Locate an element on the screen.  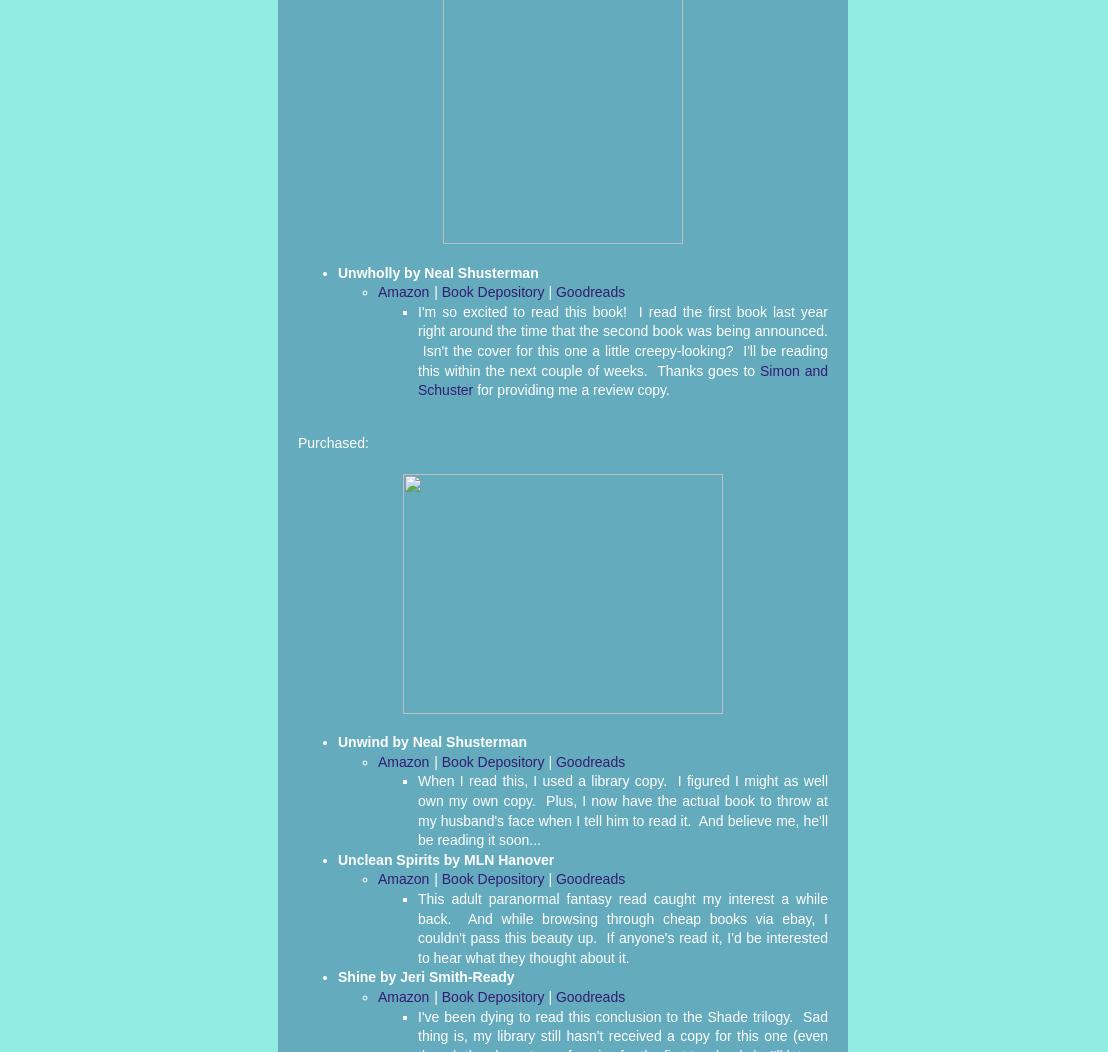
'for providing me a review copy.' is located at coordinates (570, 389).